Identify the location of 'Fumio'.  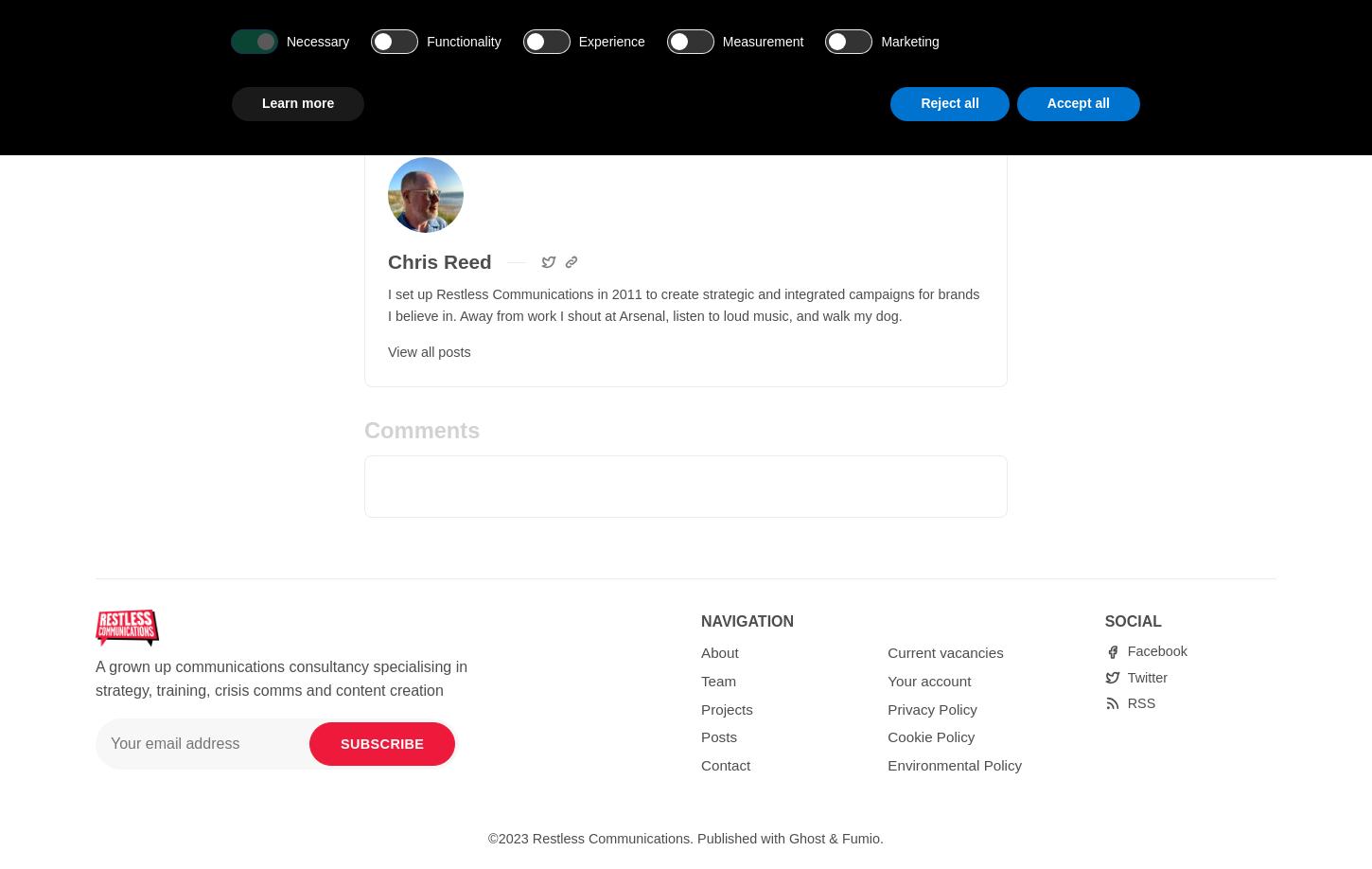
(859, 837).